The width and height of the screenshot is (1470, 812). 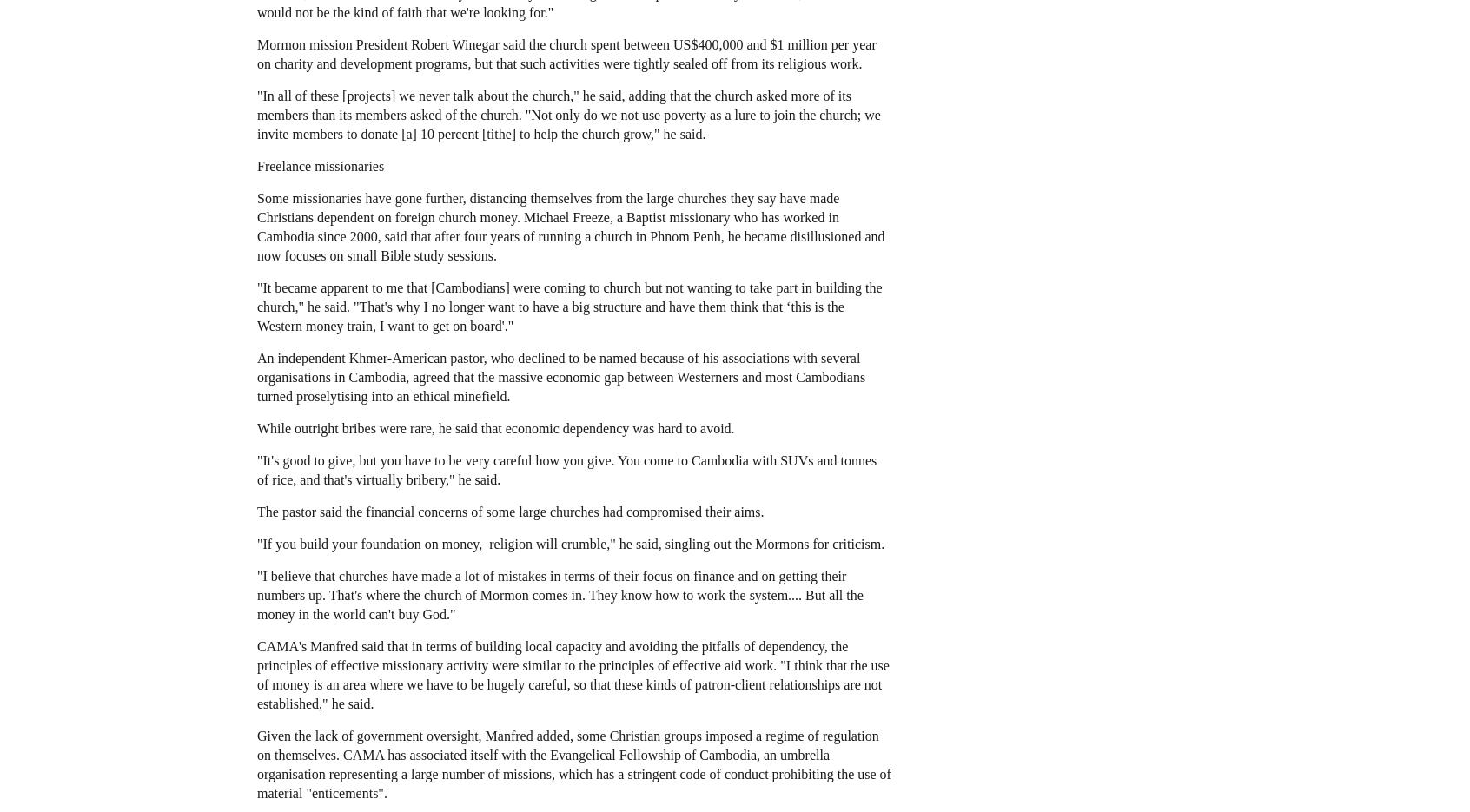 I want to click on 'CAMA's Manfred said that in terms of building local capacity and avoiding the pitfalls of dependency, the principles of effective missionary activity were similar to the principles of effective aid work. "I think that the use of money is an area where we have to be hugely careful, so that these kinds of patron-client relationships are not established," he said.', so click(x=573, y=673).